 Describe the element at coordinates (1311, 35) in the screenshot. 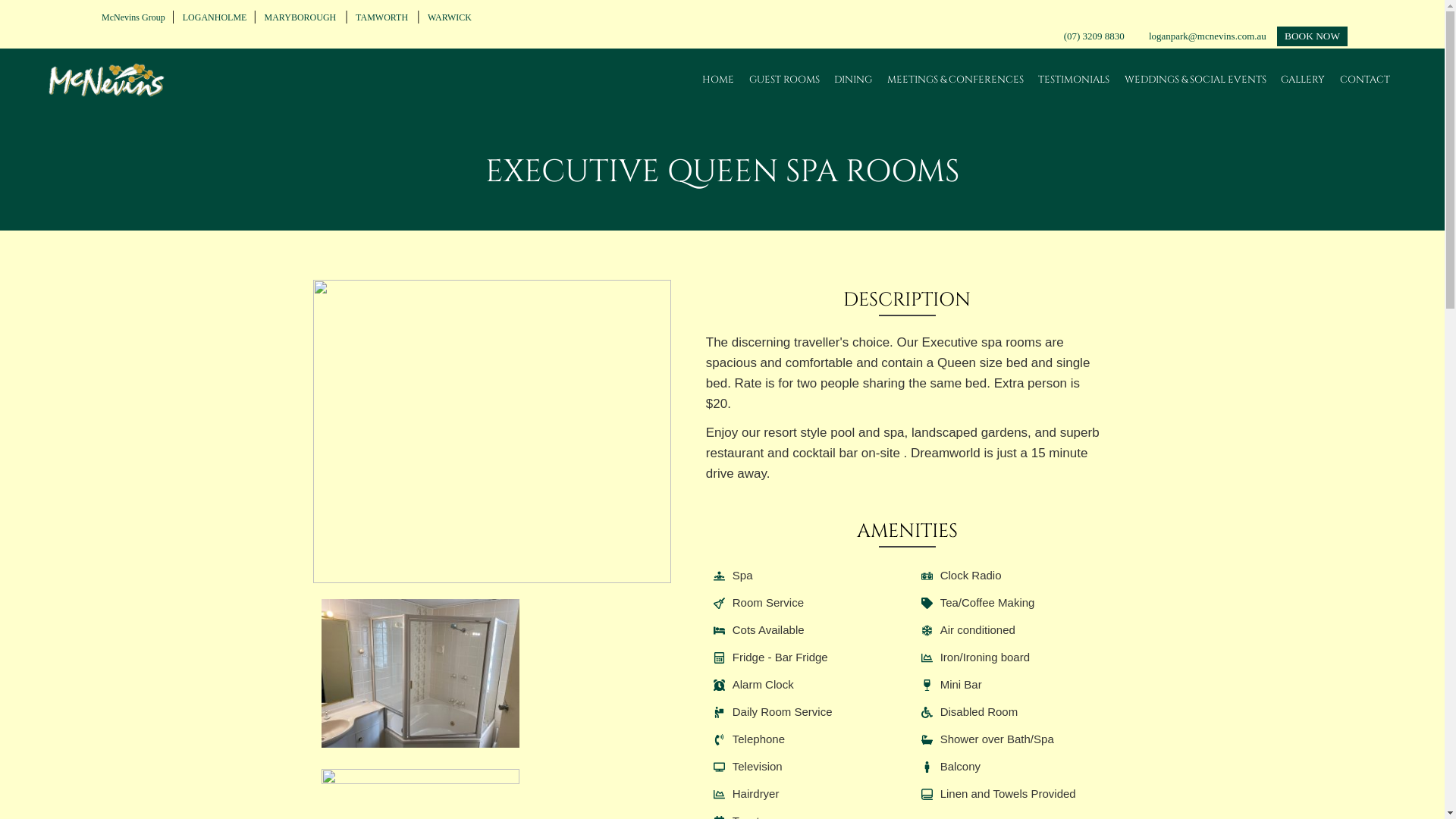

I see `'BOOK NOW'` at that location.